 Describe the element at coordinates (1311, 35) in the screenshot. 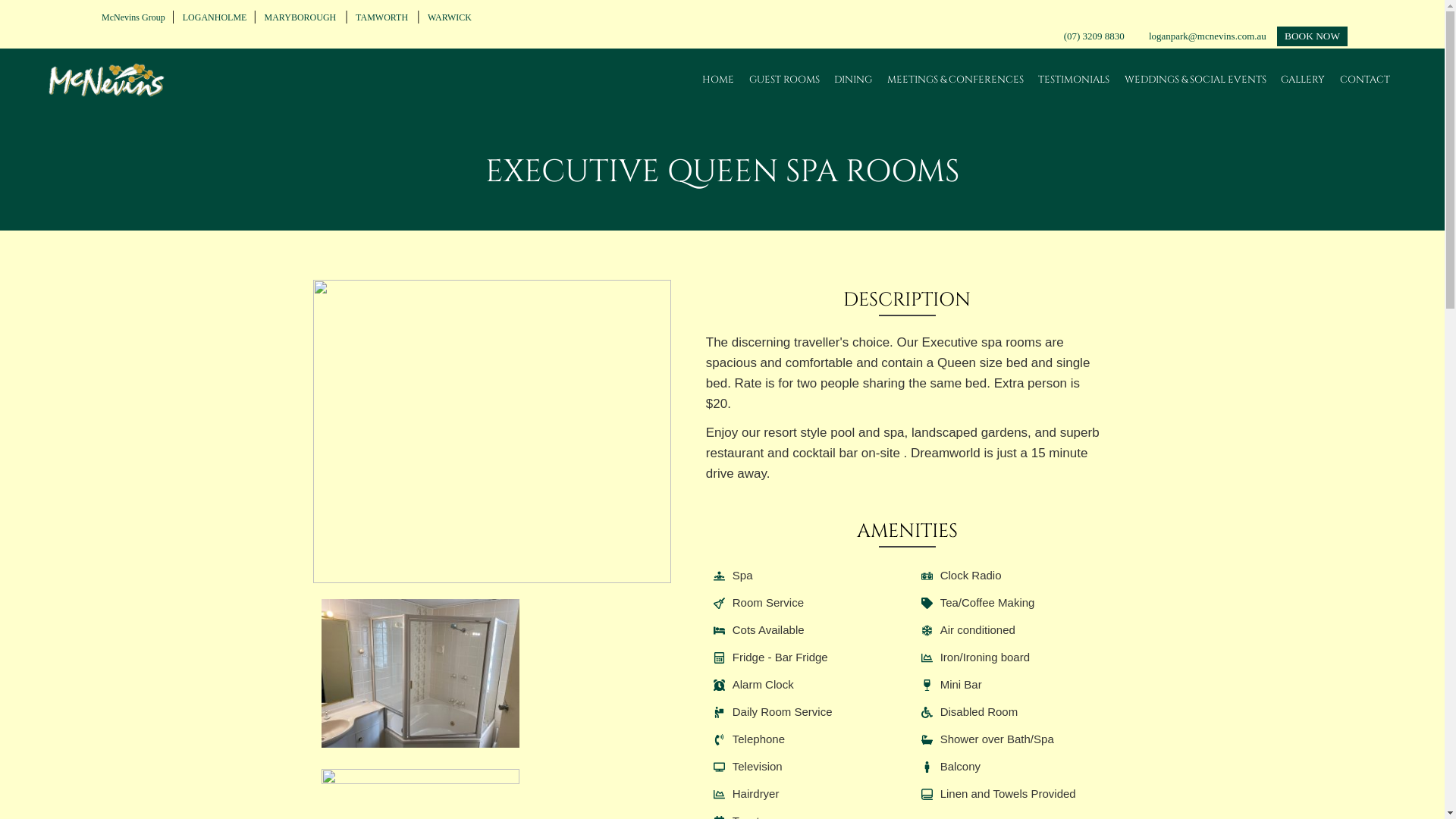

I see `'BOOK NOW'` at that location.